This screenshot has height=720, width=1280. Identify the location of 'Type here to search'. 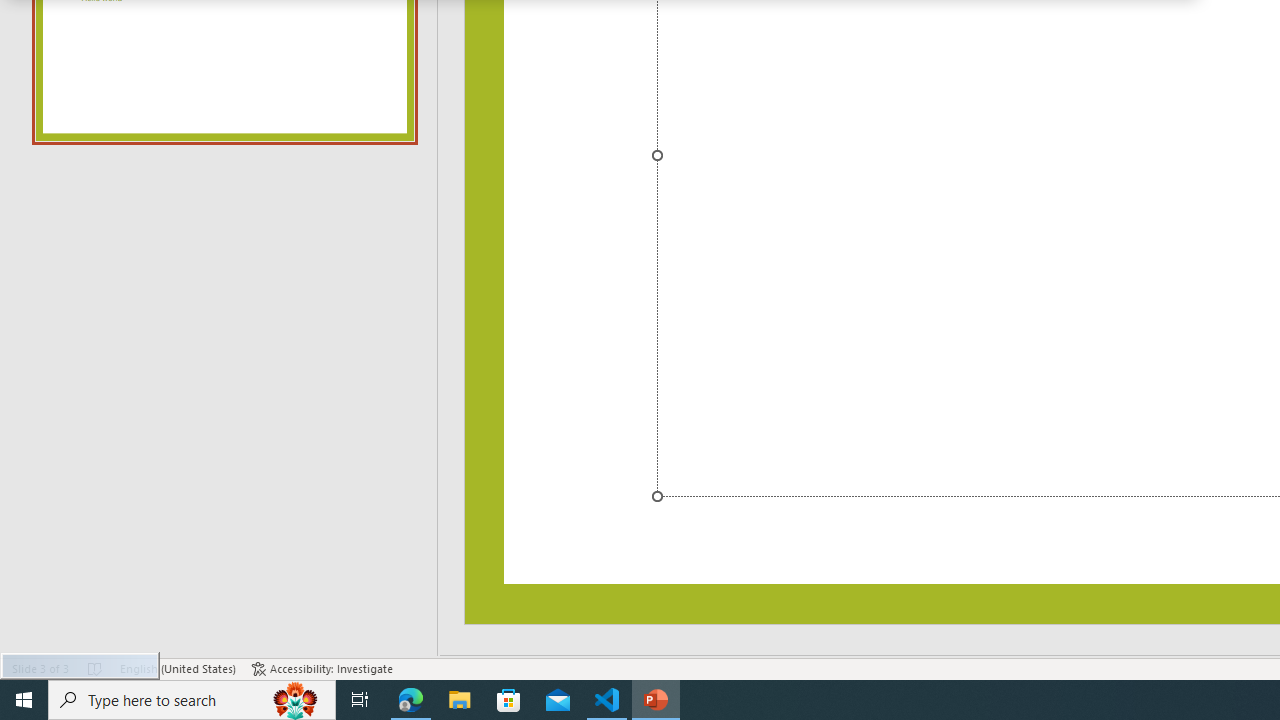
(192, 698).